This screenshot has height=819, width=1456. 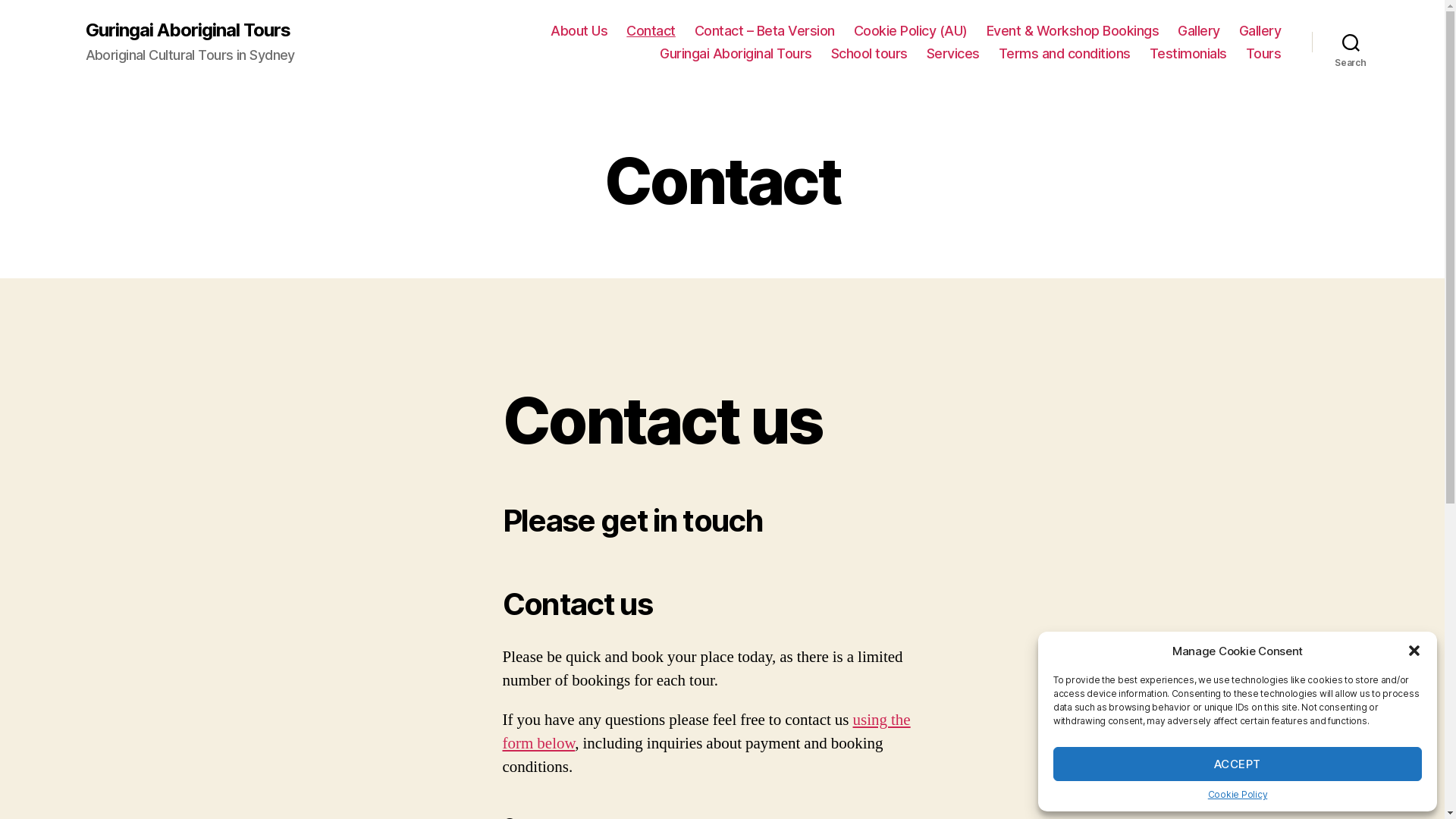 What do you see at coordinates (1052, 764) in the screenshot?
I see `'ACCEPT'` at bounding box center [1052, 764].